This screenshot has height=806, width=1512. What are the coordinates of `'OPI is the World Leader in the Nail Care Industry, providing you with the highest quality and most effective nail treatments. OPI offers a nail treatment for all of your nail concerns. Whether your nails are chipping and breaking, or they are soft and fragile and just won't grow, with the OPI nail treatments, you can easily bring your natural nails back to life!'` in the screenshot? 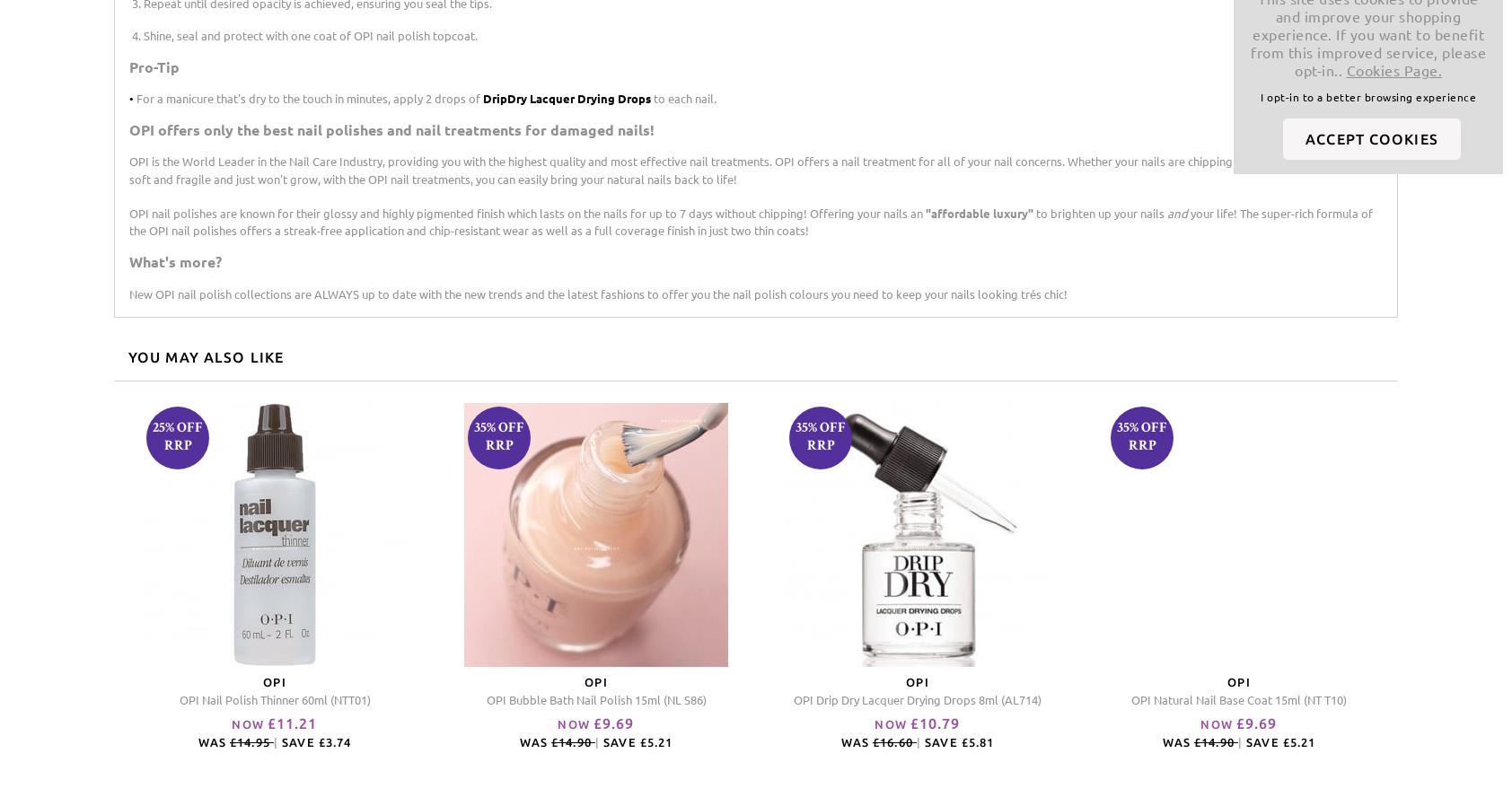 It's located at (748, 169).